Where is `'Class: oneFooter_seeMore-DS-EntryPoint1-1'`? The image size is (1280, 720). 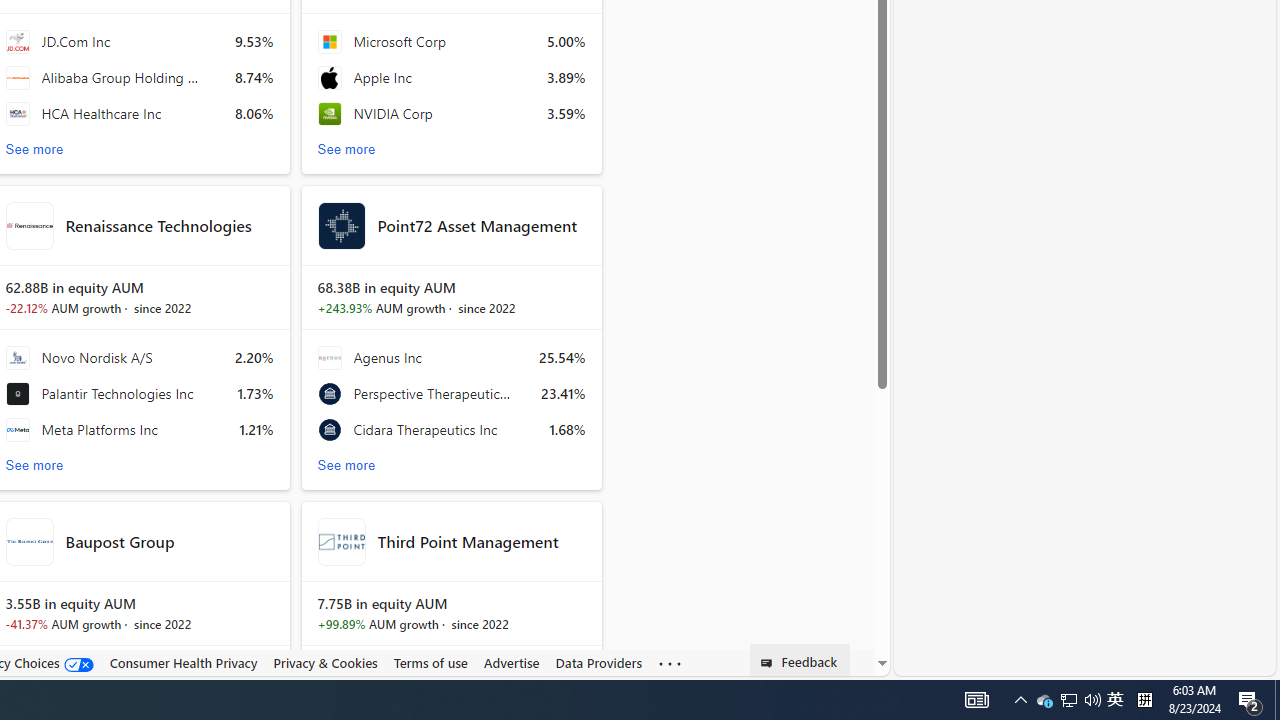 'Class: oneFooter_seeMore-DS-EntryPoint1-1' is located at coordinates (670, 663).